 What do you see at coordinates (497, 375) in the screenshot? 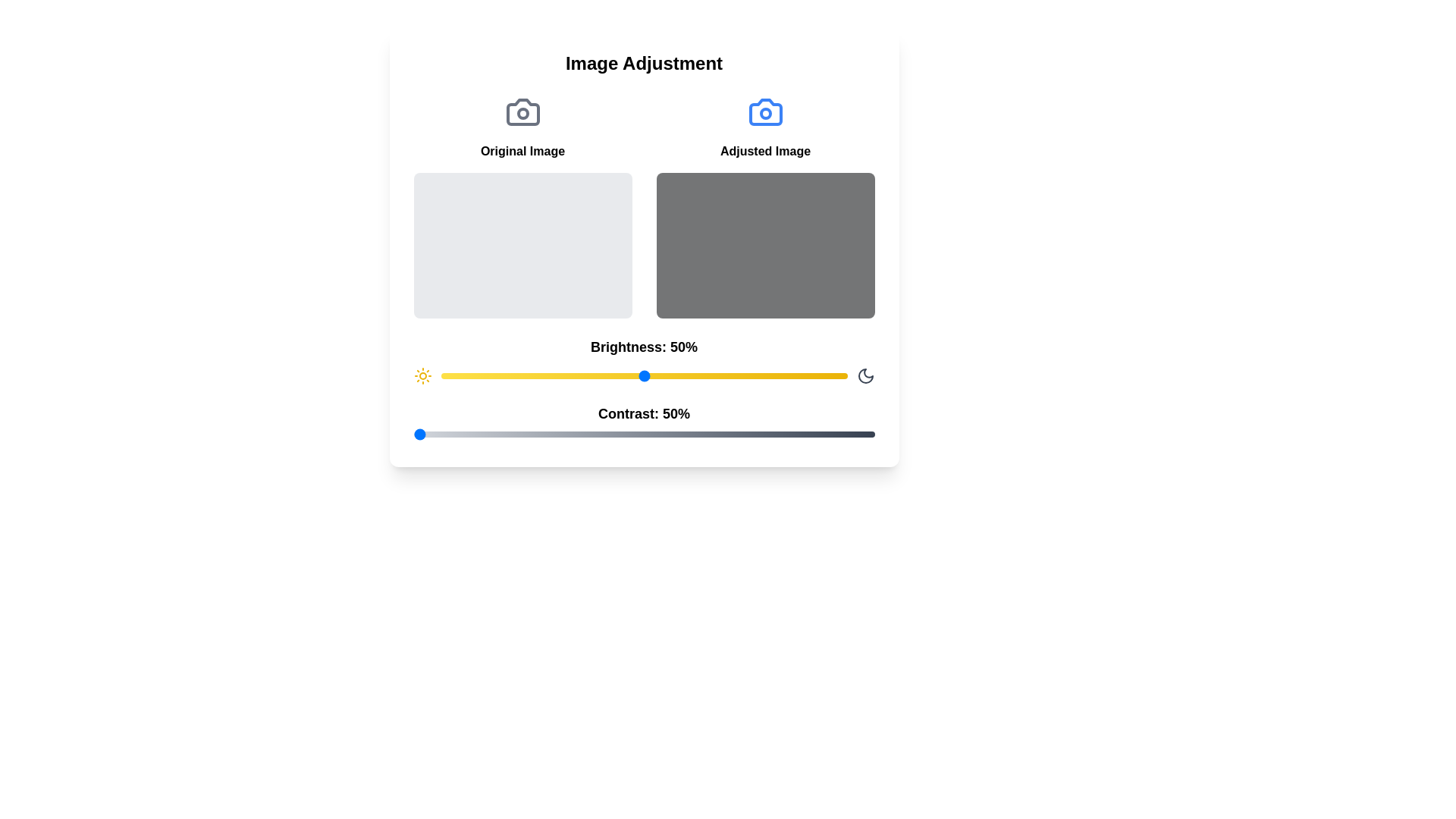
I see `brightness` at bounding box center [497, 375].